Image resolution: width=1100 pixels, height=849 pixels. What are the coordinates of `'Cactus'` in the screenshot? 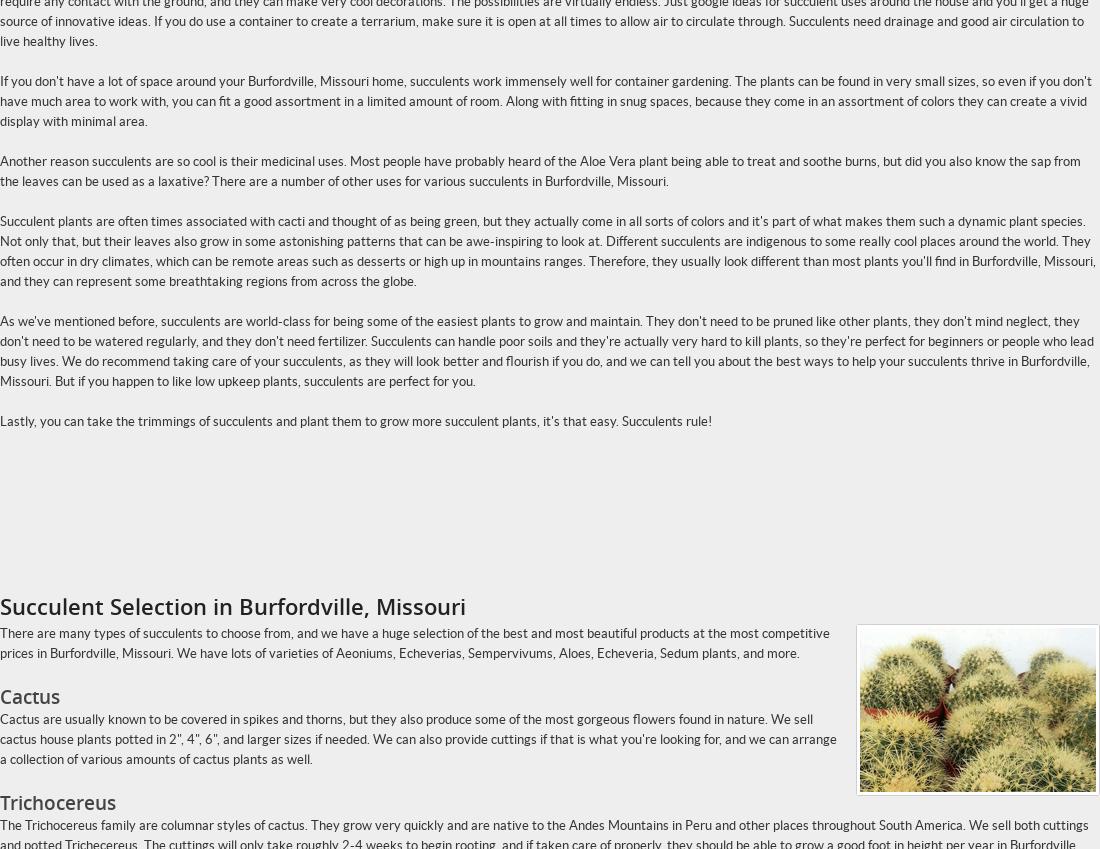 It's located at (29, 696).